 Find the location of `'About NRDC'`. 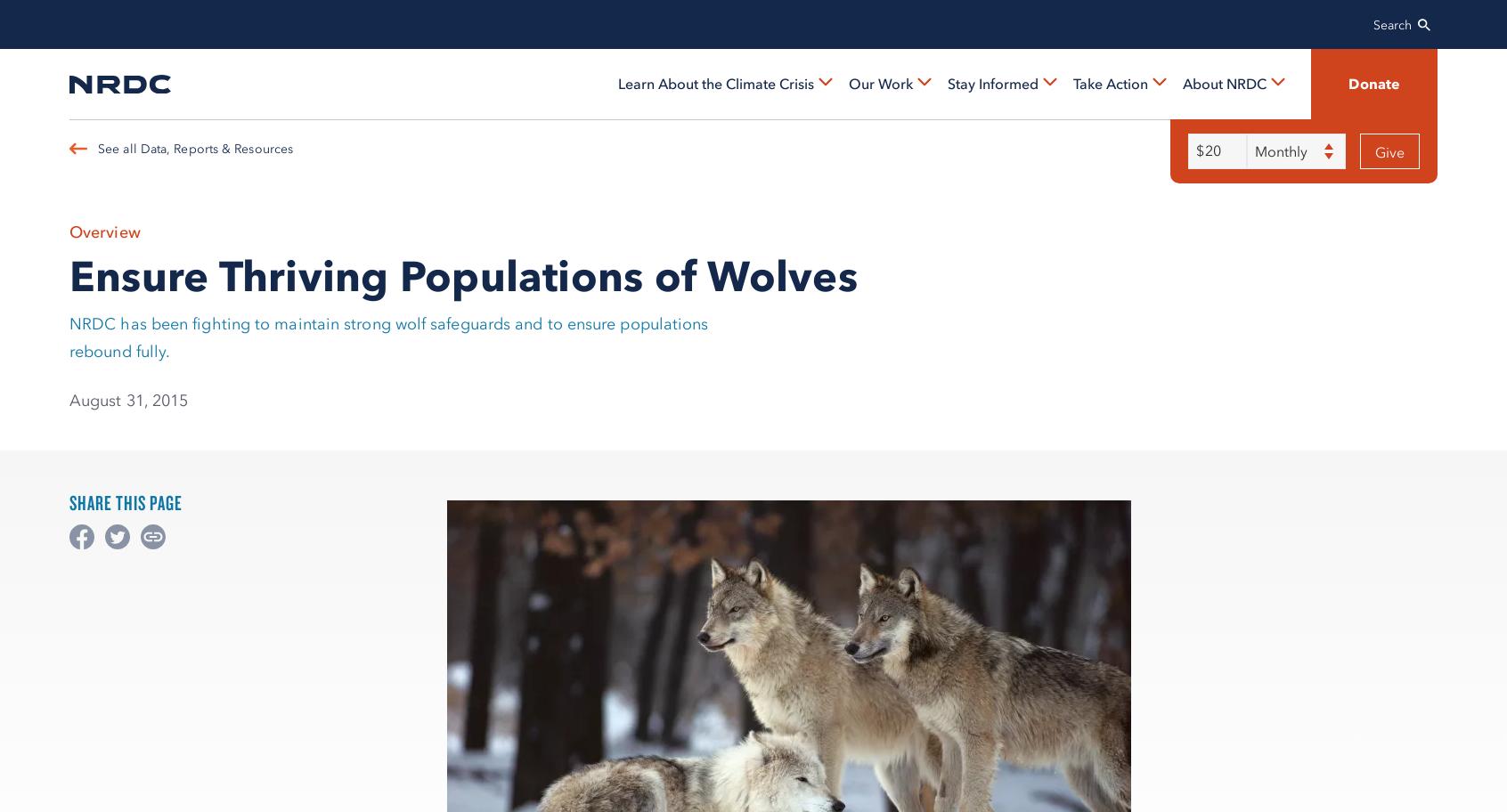

'About NRDC' is located at coordinates (1182, 84).